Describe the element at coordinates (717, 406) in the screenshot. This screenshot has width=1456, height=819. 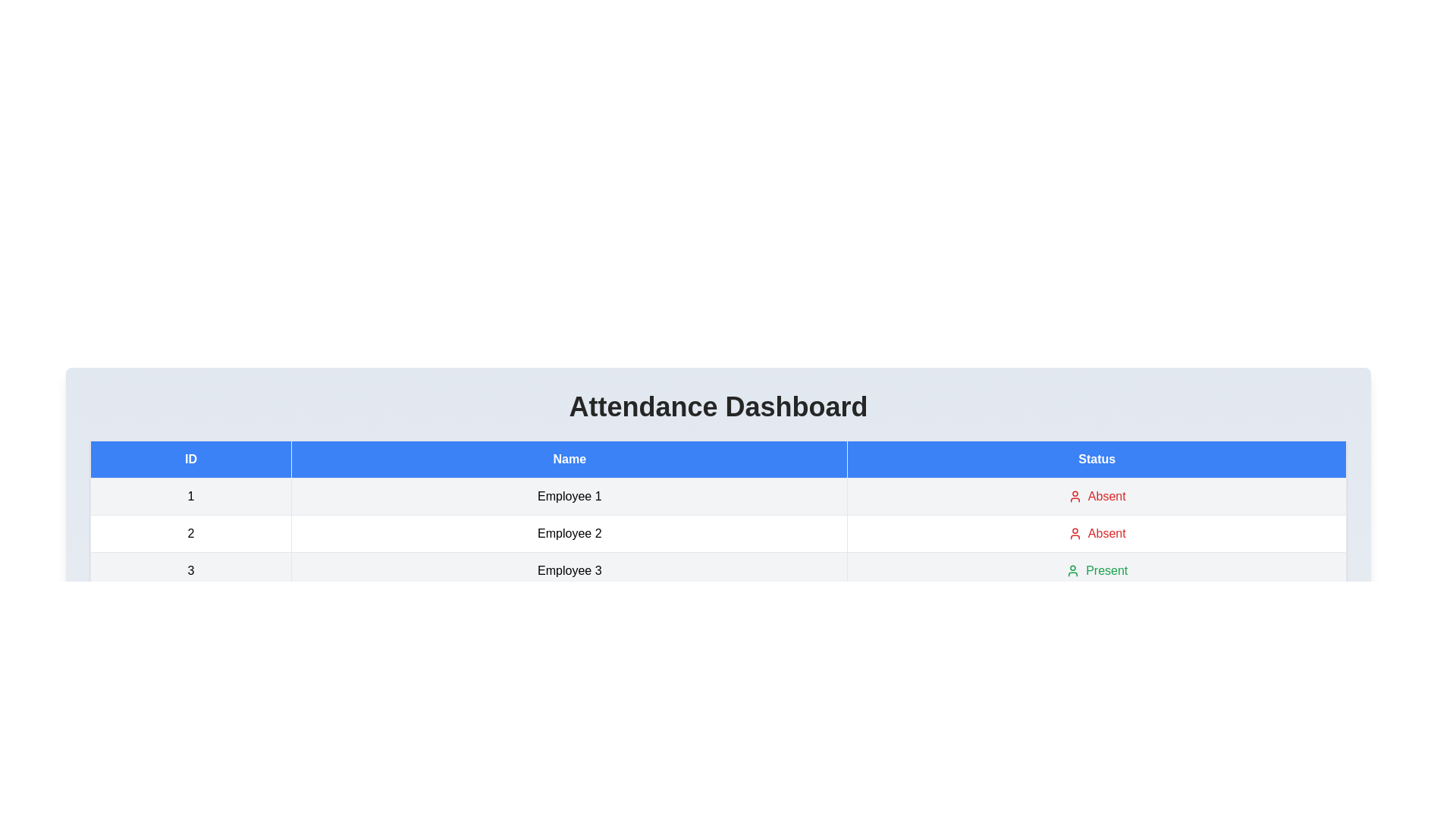
I see `the 'Attendance Dashboard' header` at that location.